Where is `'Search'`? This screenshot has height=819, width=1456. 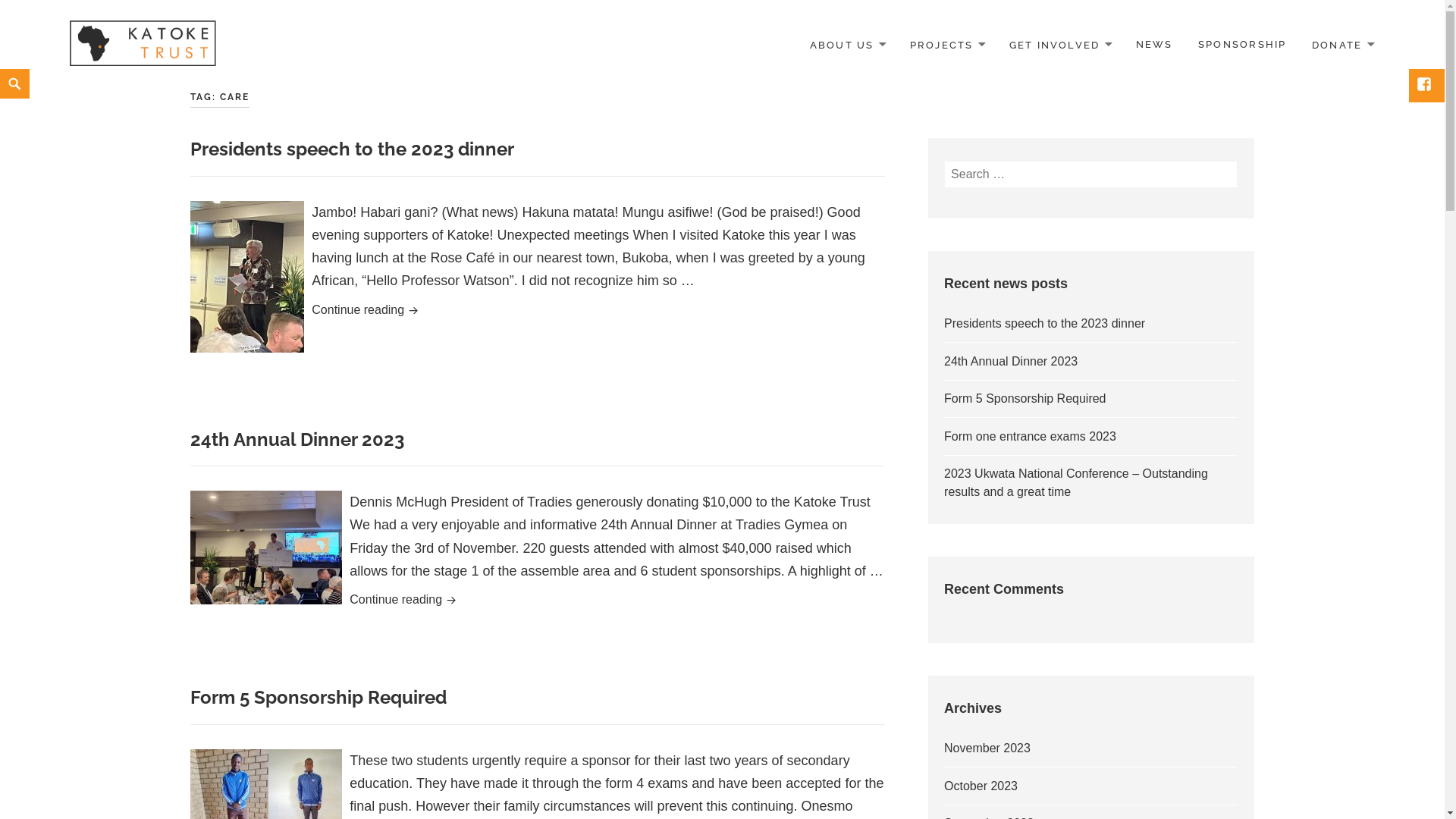
'Search' is located at coordinates (4, 69).